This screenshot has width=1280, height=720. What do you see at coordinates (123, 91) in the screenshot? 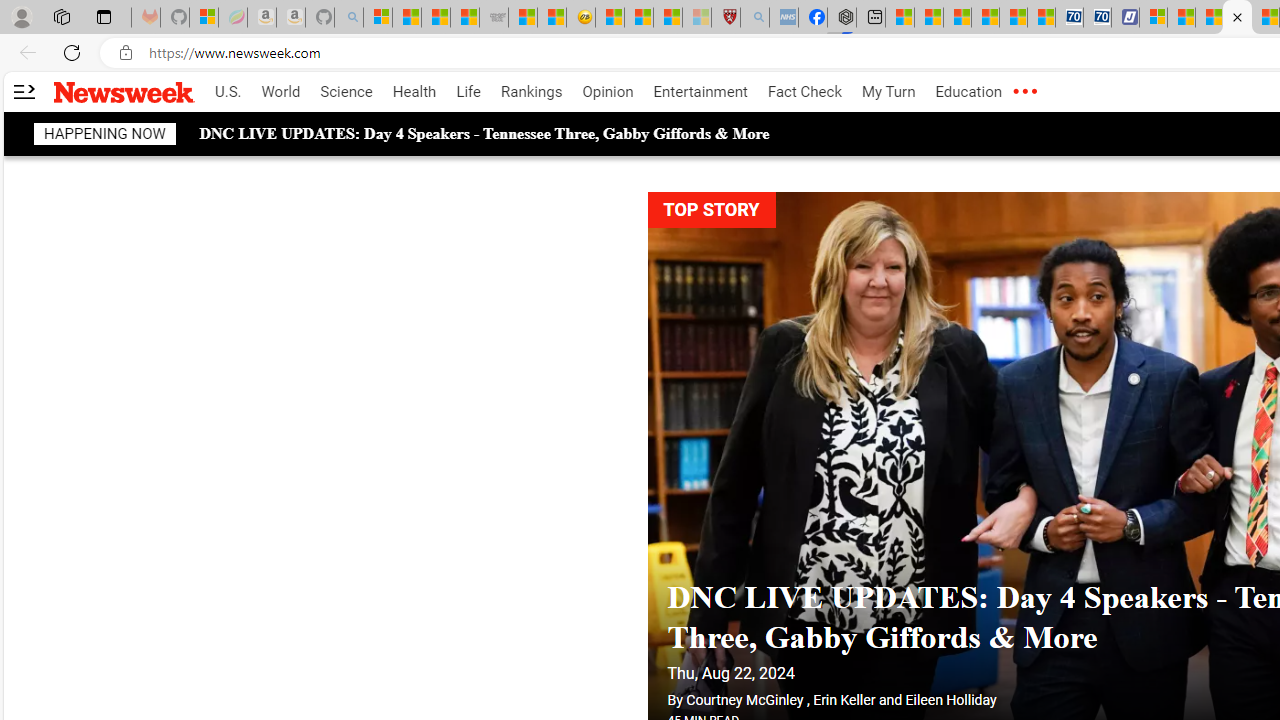
I see `'Newsweek logo'` at bounding box center [123, 91].